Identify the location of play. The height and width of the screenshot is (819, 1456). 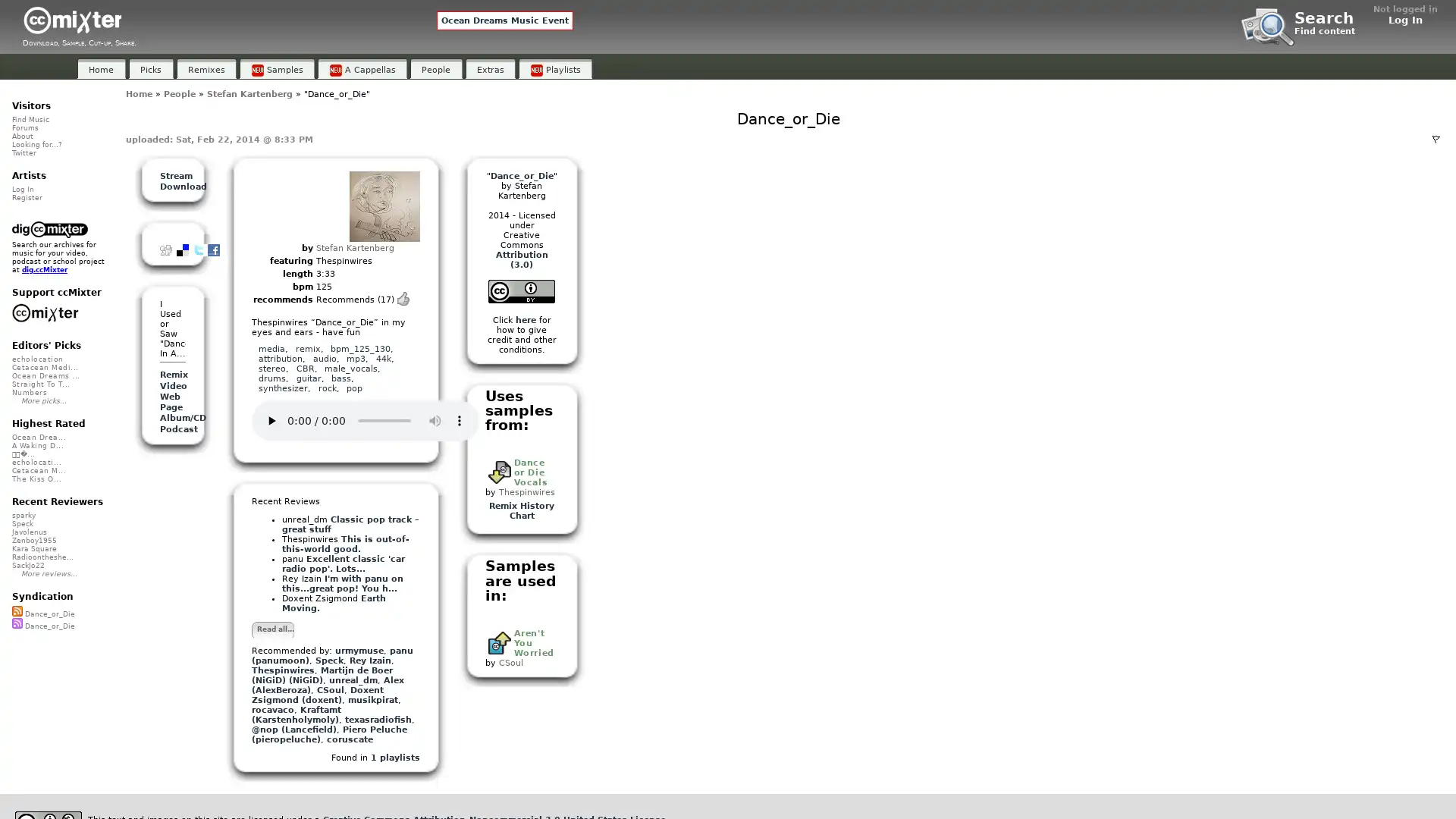
(271, 420).